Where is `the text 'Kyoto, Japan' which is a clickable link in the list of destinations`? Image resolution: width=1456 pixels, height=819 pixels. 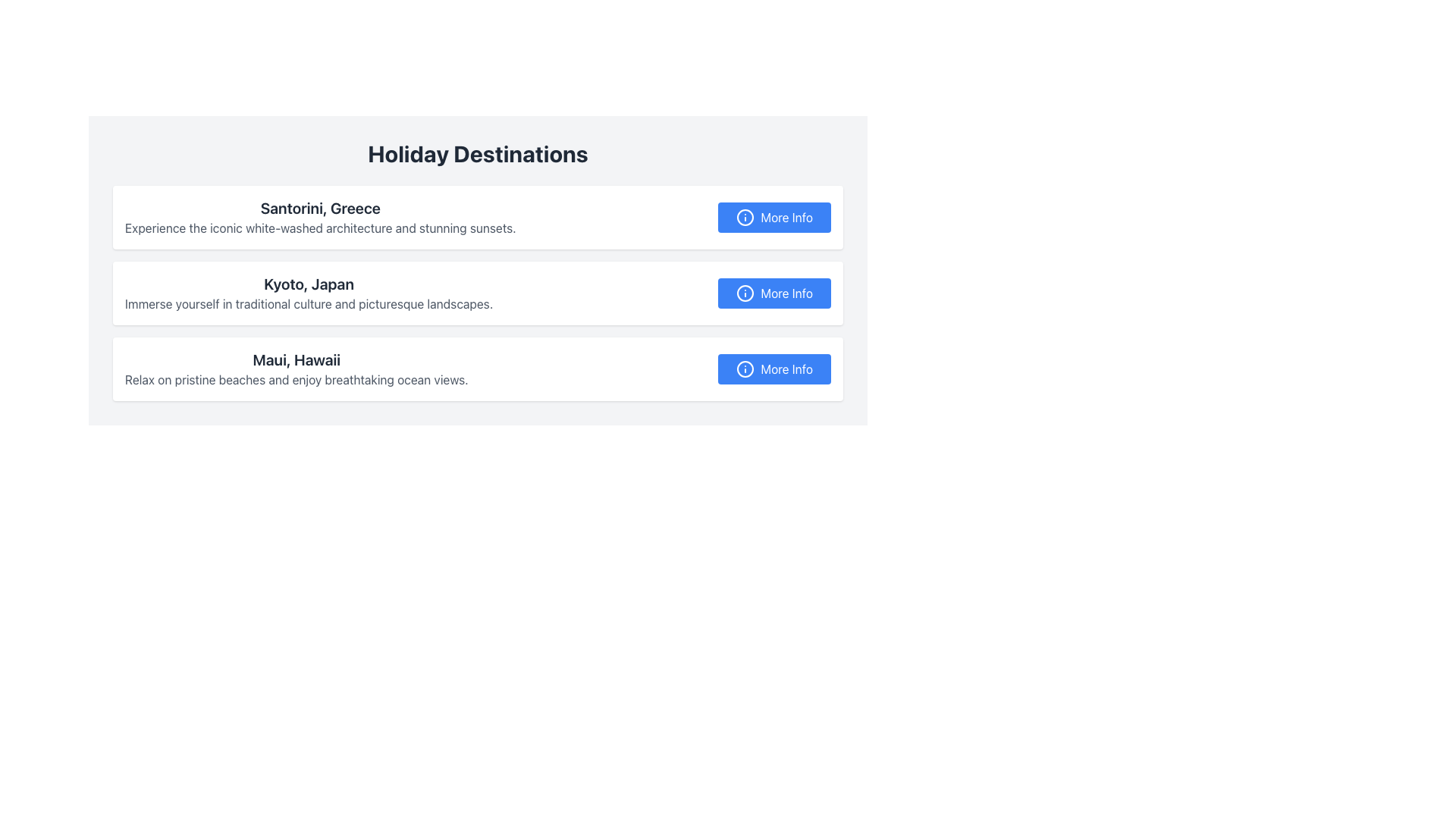 the text 'Kyoto, Japan' which is a clickable link in the list of destinations is located at coordinates (308, 284).